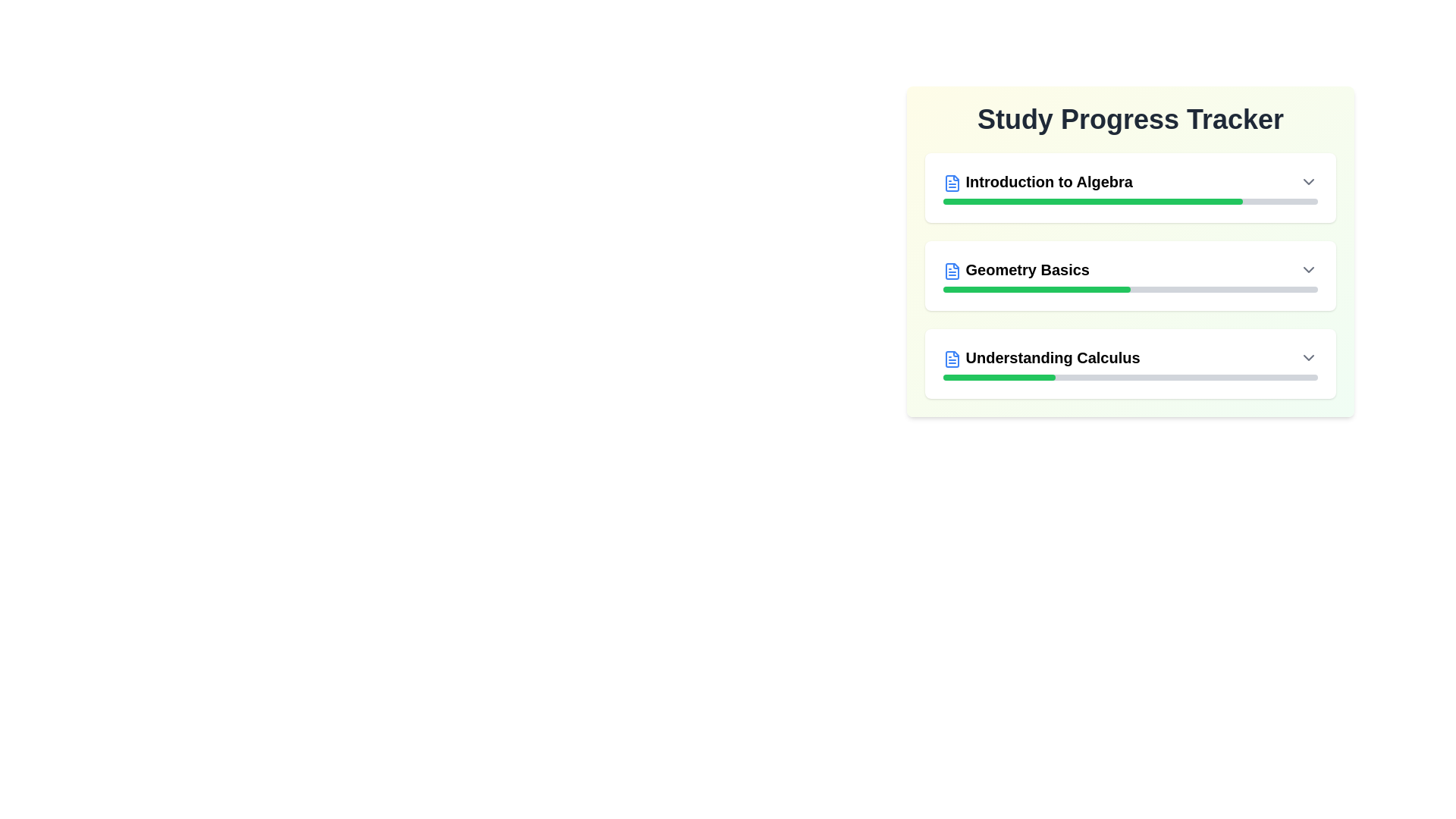  I want to click on text label titled 'Understanding Calculus' located in the third position of the vertical list under 'Study Progress Tracker', so click(1040, 357).